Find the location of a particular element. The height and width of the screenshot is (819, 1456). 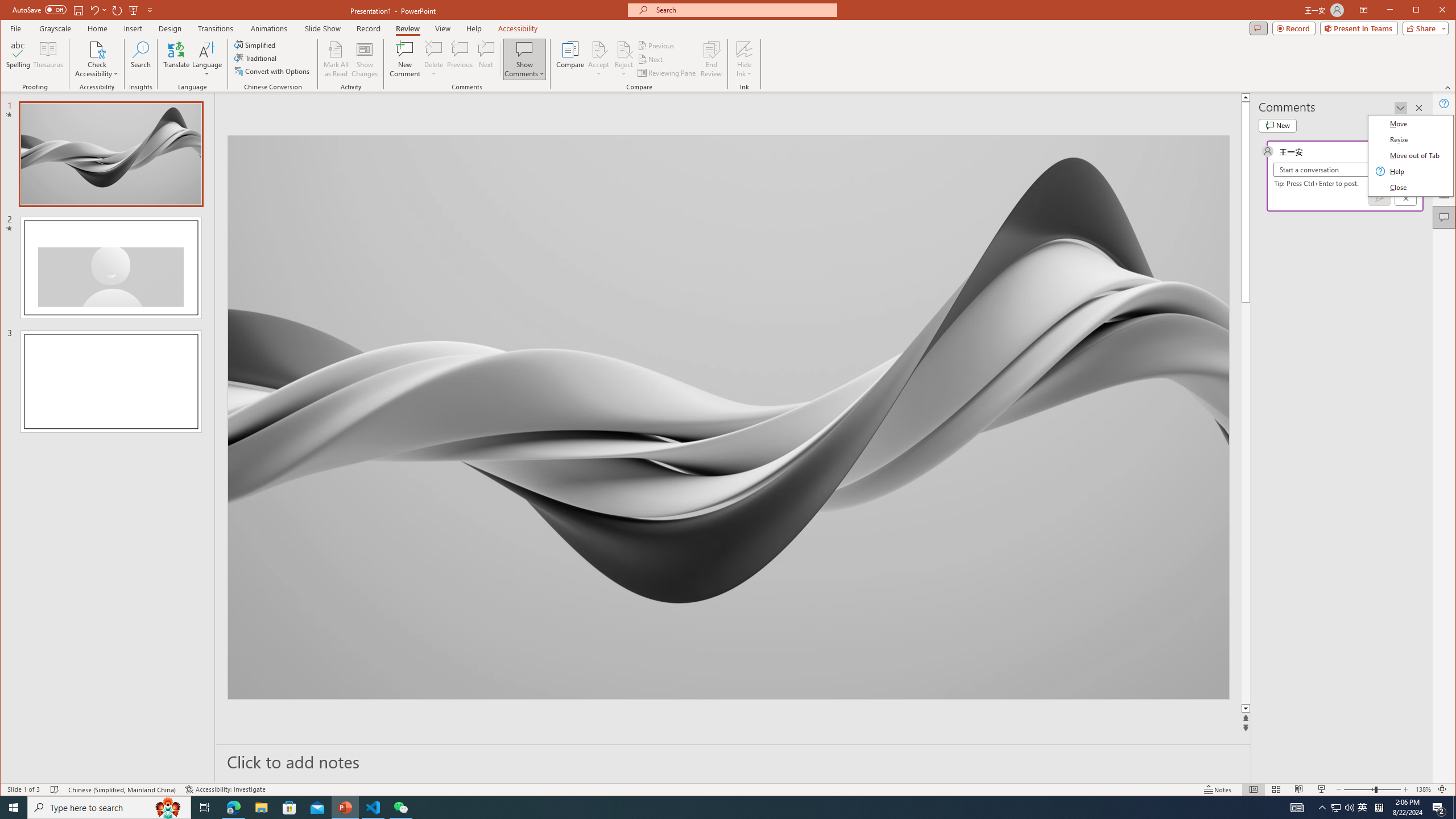

'Minimize' is located at coordinates (1420, 11).